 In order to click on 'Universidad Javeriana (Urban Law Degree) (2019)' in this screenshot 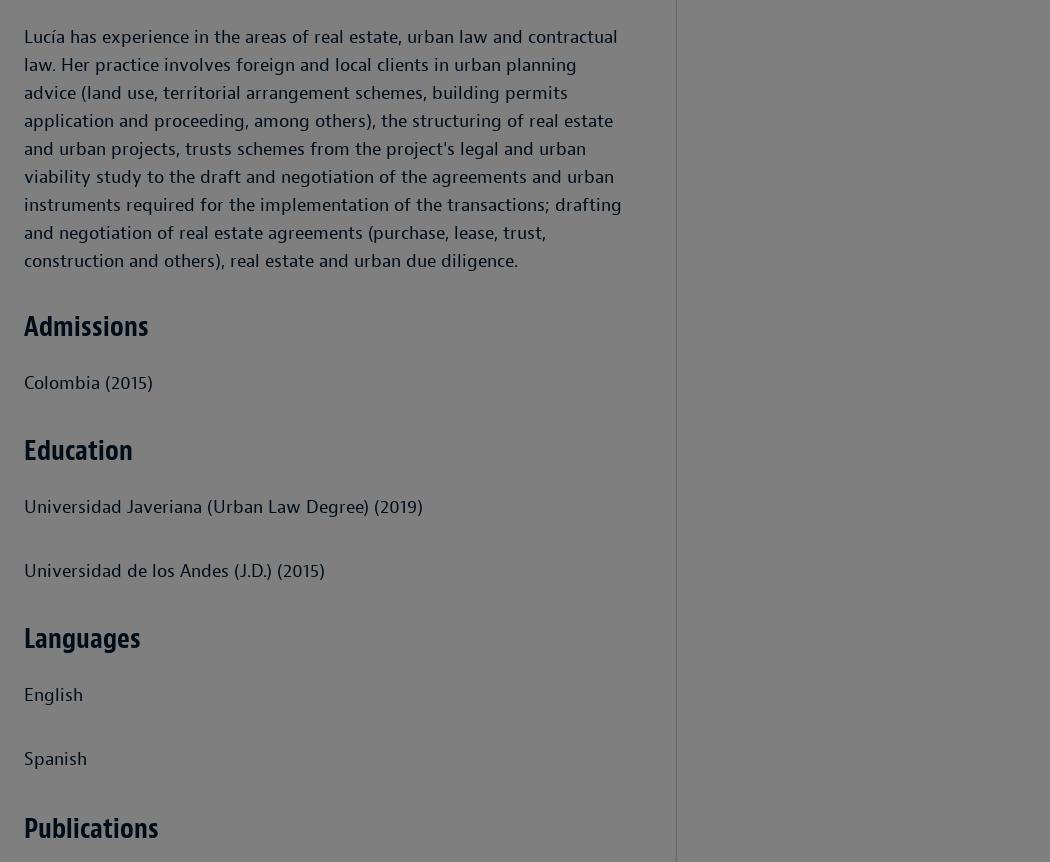, I will do `click(24, 506)`.